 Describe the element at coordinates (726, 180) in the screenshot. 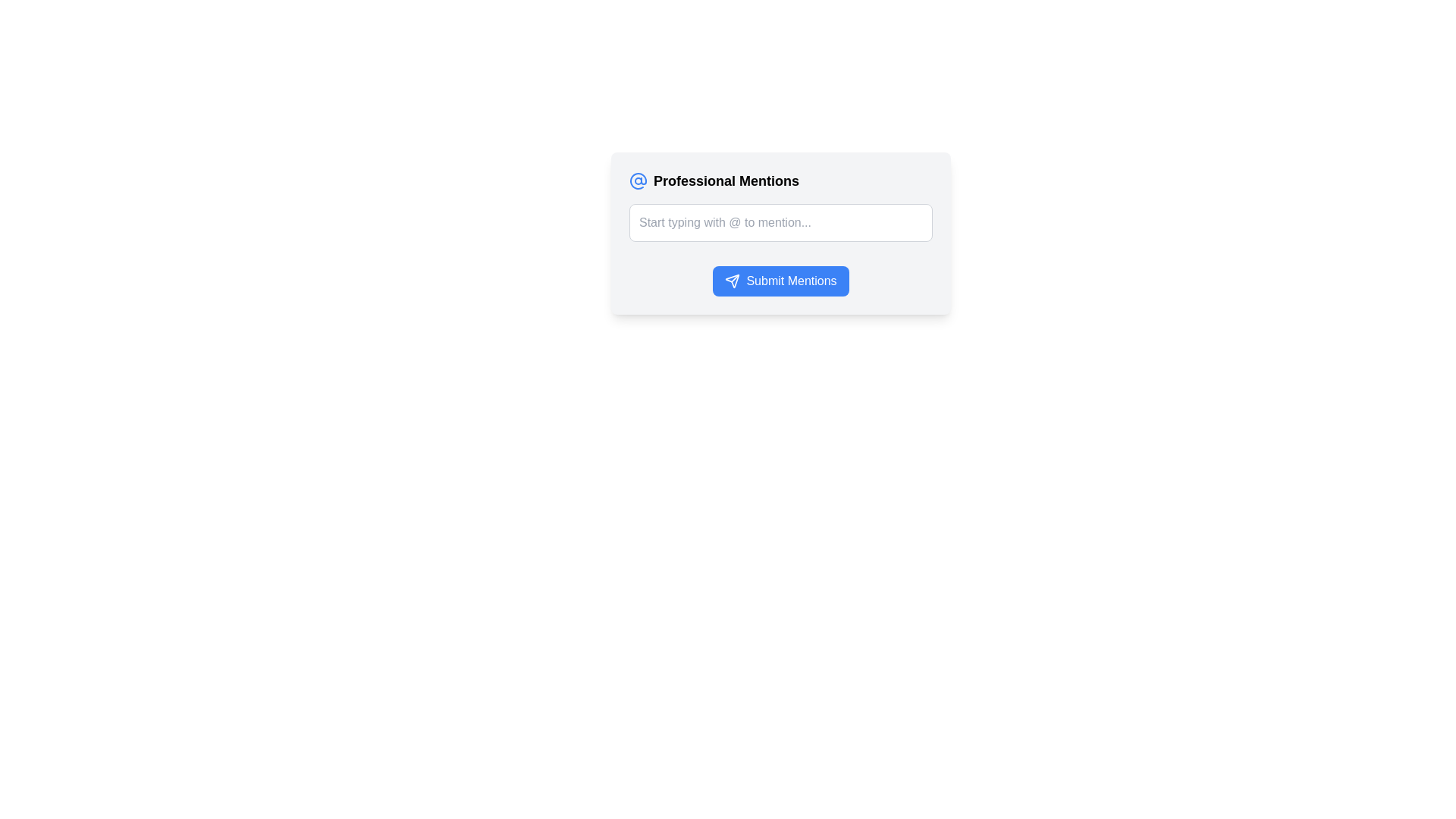

I see `the text heading labeled 'Professional Mentions', which is styled in a larger bold font and located to the right of a blue at-sign icon in the upper-left section of the focus interface card` at that location.